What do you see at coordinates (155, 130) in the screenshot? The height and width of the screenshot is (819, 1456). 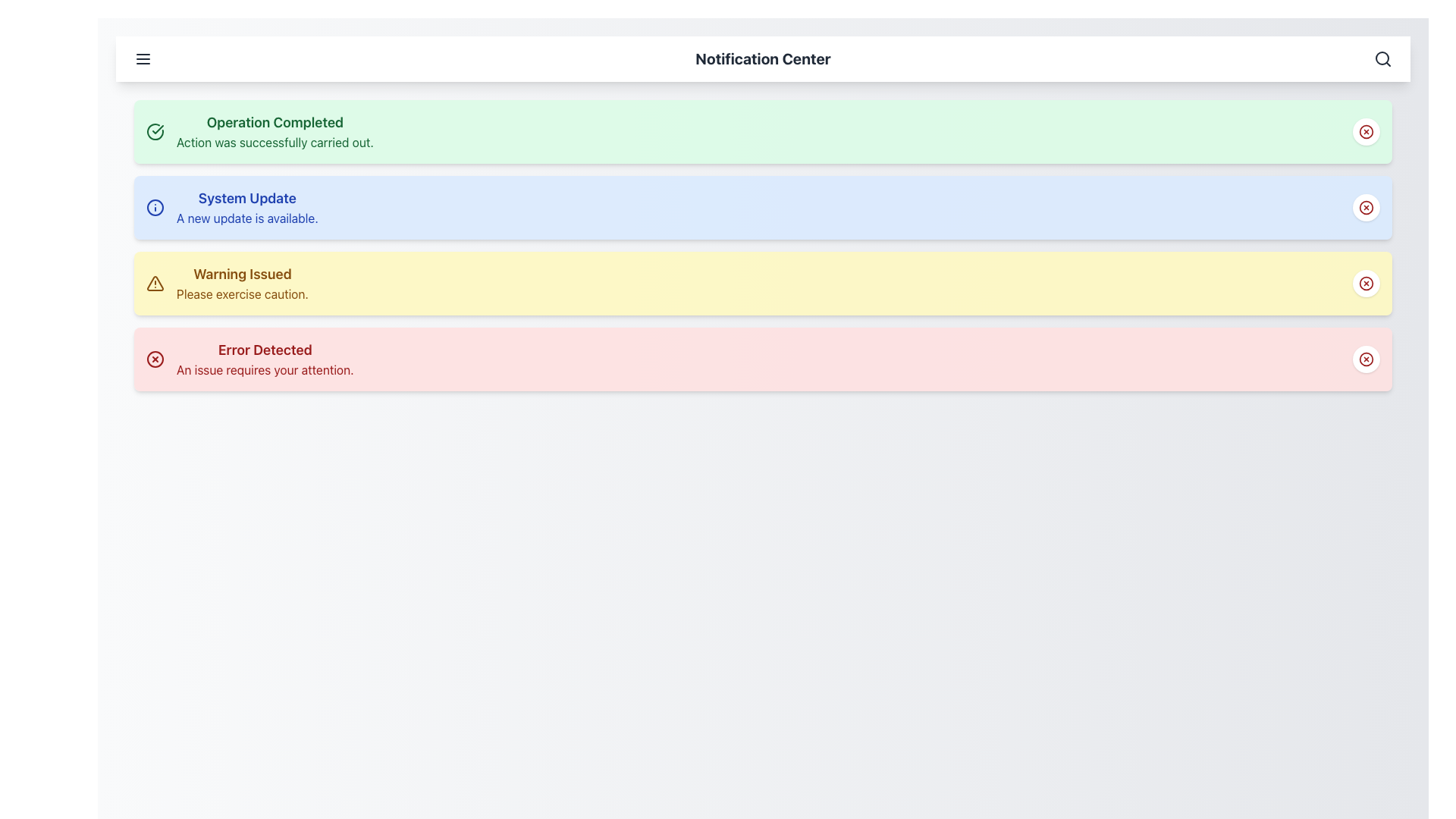 I see `the circular outline of the checkmark icon indicating successful completion, located to the left of the 'Operation Completed' notification box` at bounding box center [155, 130].